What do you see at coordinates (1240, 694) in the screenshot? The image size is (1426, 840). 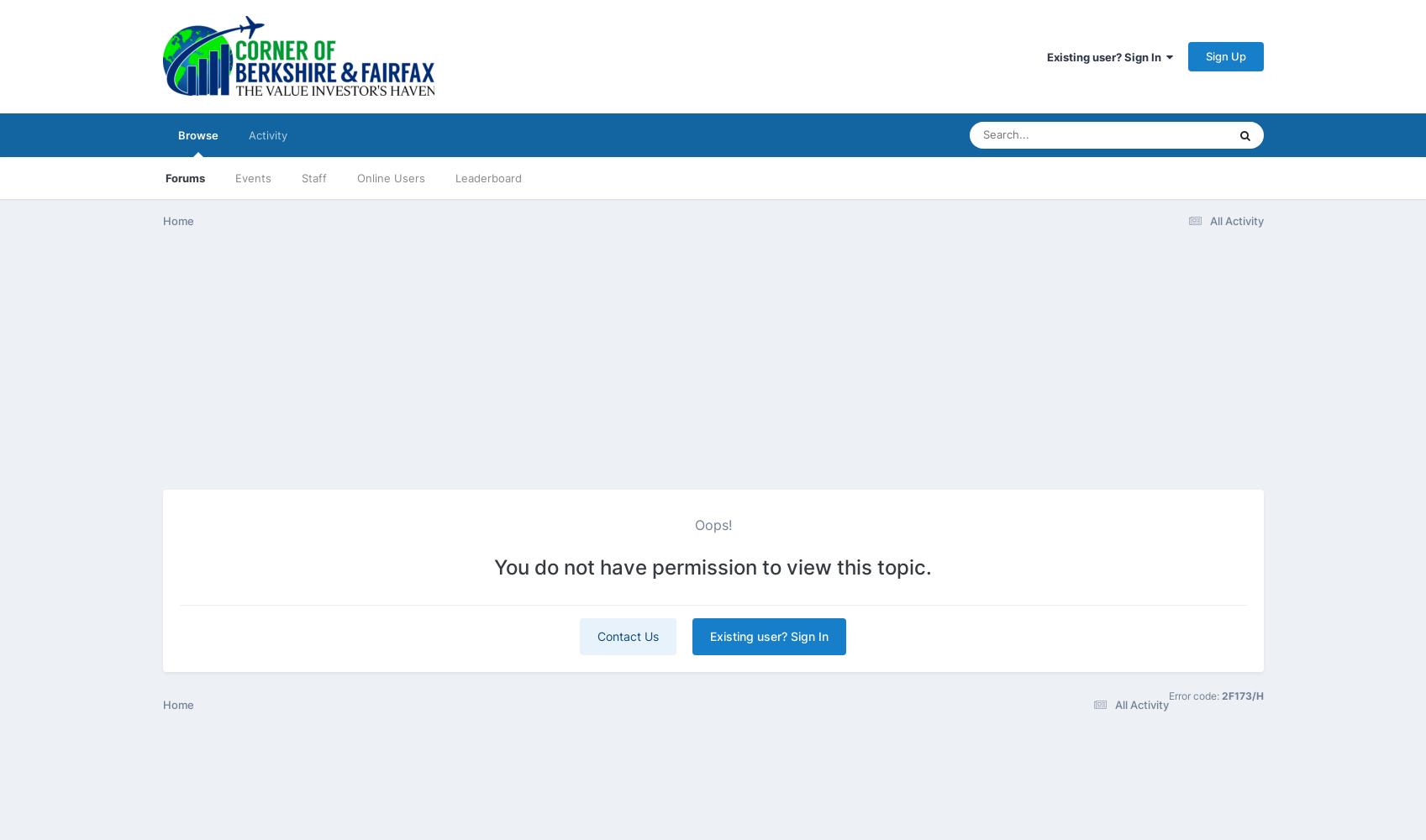 I see `'2F173/H'` at bounding box center [1240, 694].